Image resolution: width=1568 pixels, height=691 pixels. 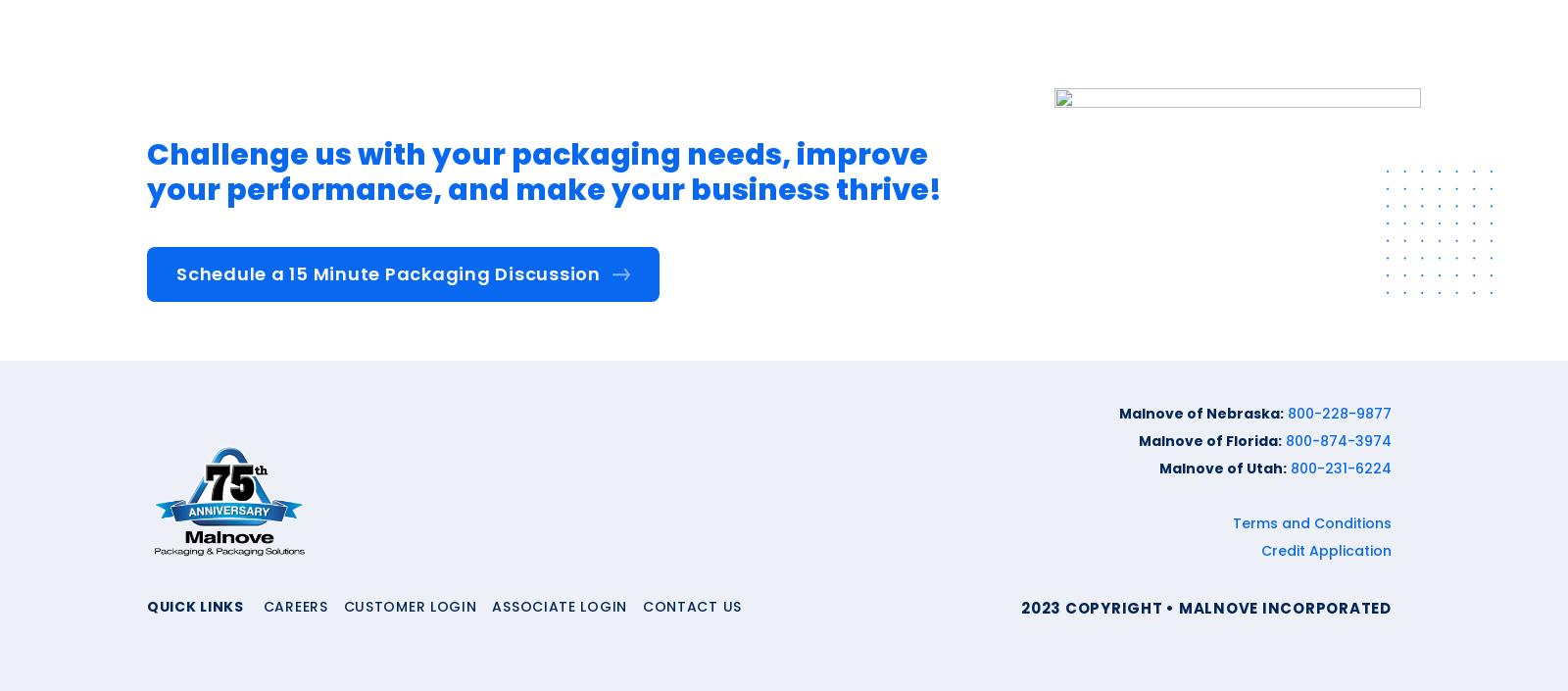 I want to click on 'Schedule a 15 Minute Packaging Discussion', so click(x=388, y=273).